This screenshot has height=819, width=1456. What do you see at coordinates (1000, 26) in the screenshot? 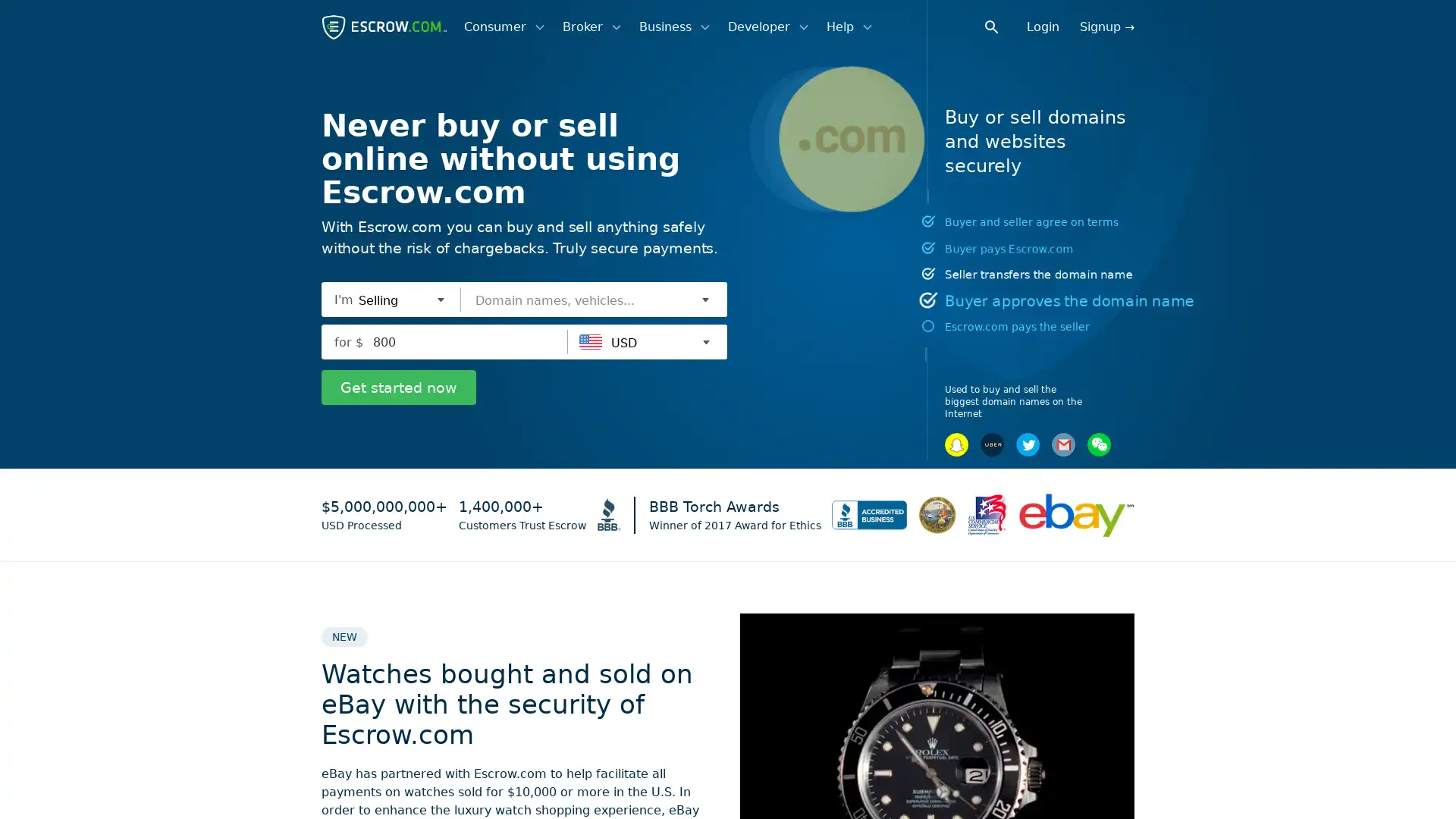
I see `Close search` at bounding box center [1000, 26].